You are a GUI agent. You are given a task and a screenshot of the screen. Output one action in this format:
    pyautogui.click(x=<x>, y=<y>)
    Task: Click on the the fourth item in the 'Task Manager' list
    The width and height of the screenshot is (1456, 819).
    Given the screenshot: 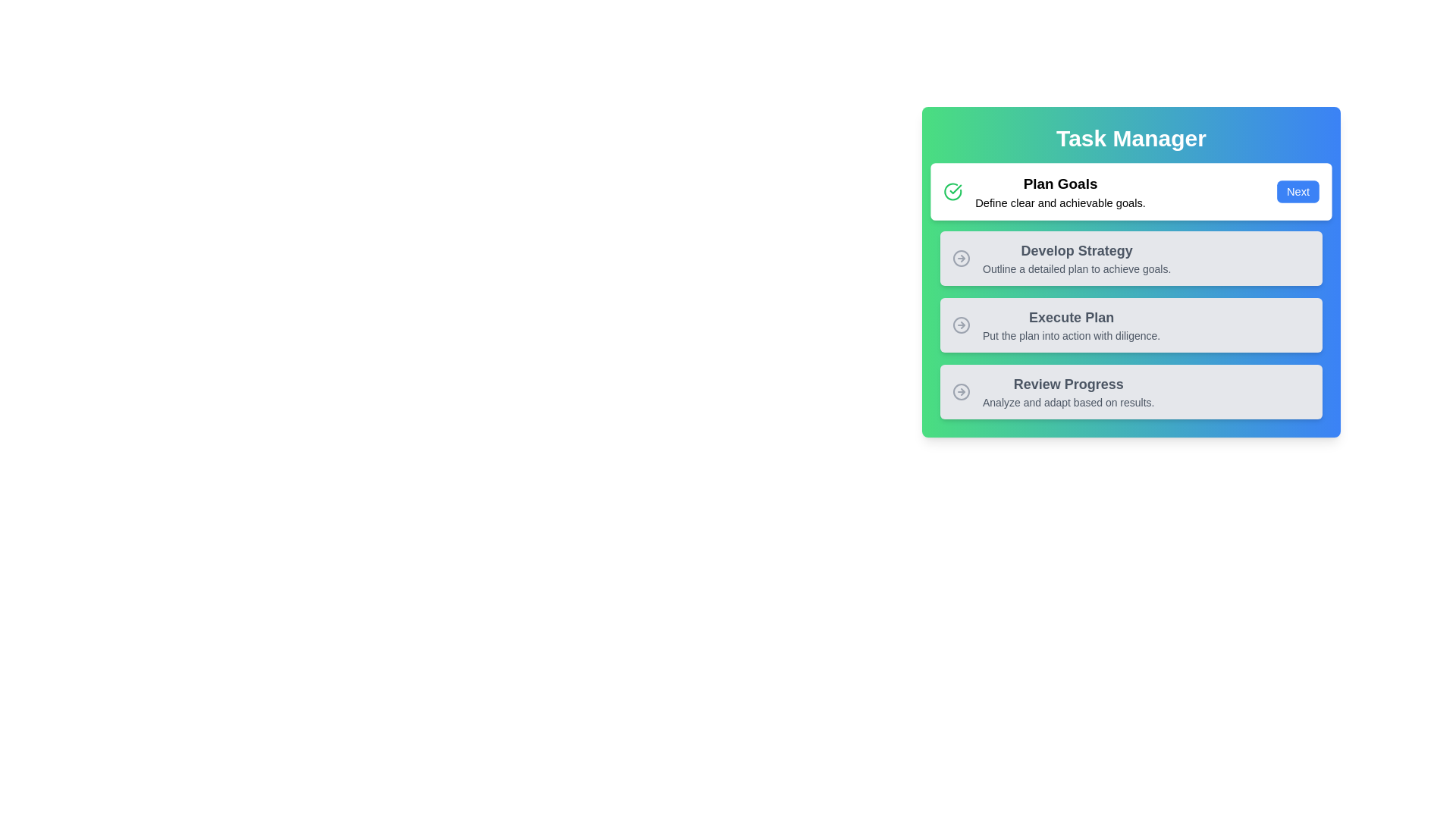 What is the action you would take?
    pyautogui.click(x=1053, y=391)
    